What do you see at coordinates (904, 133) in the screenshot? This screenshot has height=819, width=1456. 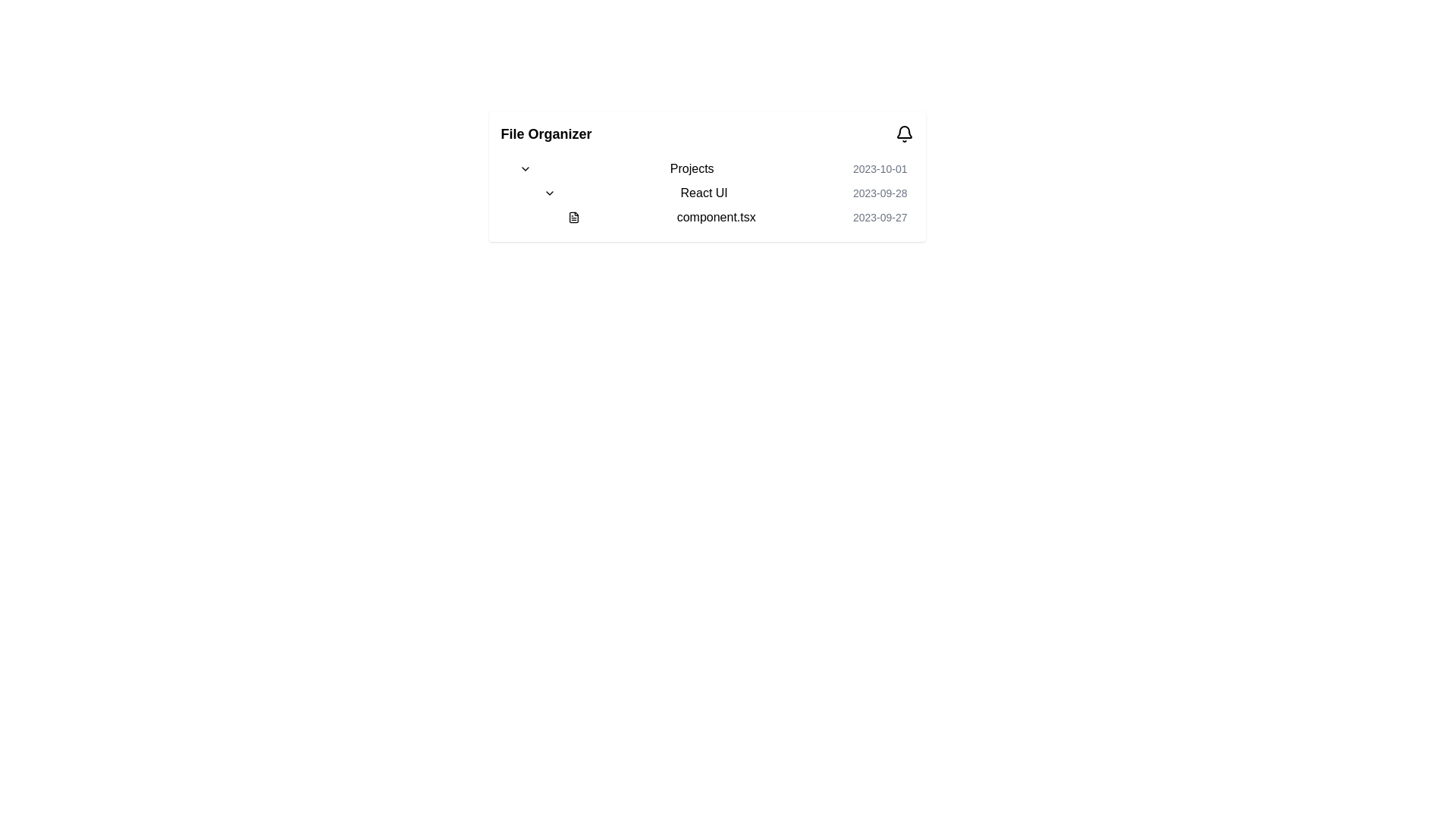 I see `the Notification Icon, which is a bell-shaped icon located in the top-right corner of the 'File Organizer' header` at bounding box center [904, 133].